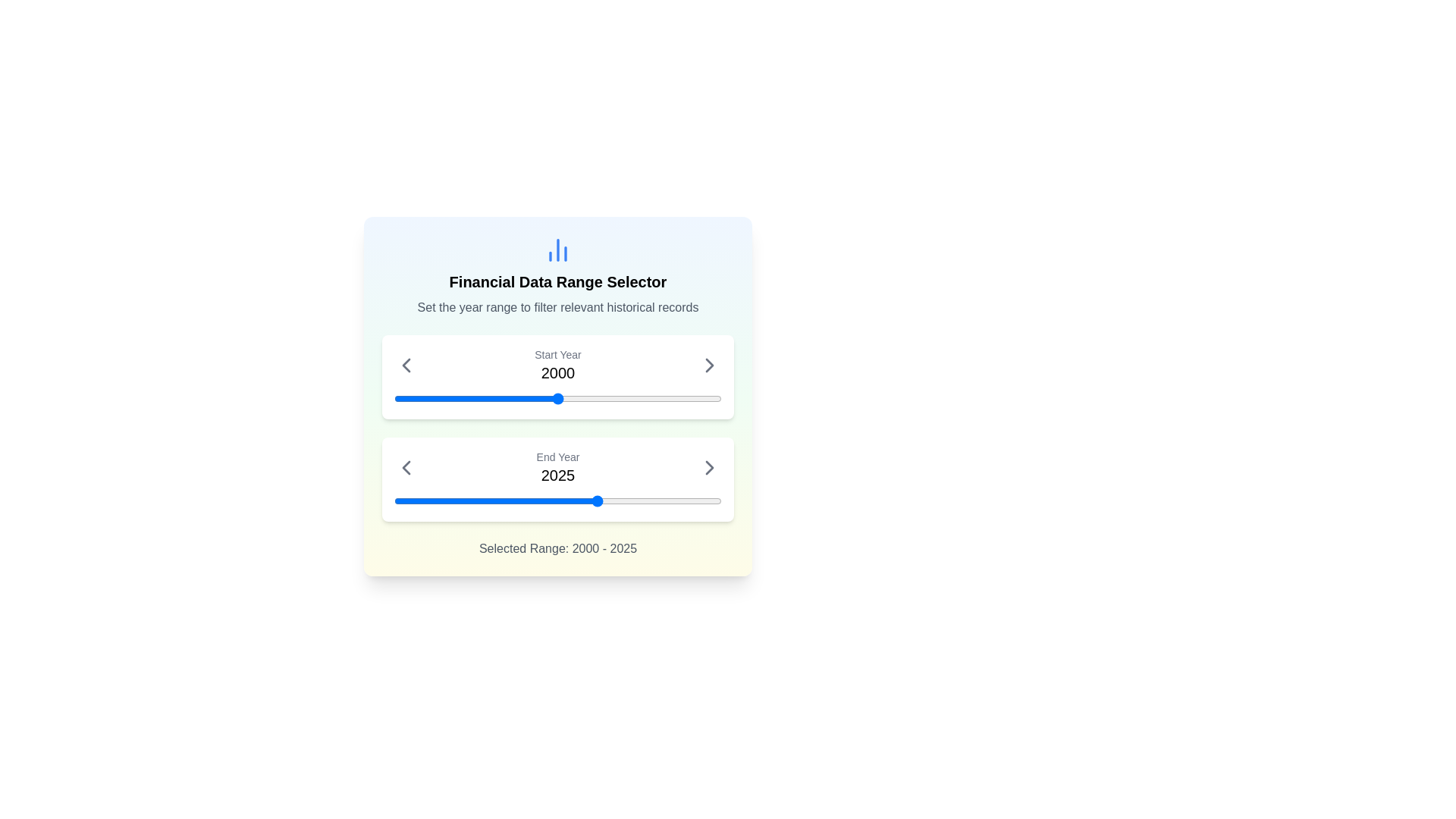  Describe the element at coordinates (625, 397) in the screenshot. I see `the start year of the range` at that location.